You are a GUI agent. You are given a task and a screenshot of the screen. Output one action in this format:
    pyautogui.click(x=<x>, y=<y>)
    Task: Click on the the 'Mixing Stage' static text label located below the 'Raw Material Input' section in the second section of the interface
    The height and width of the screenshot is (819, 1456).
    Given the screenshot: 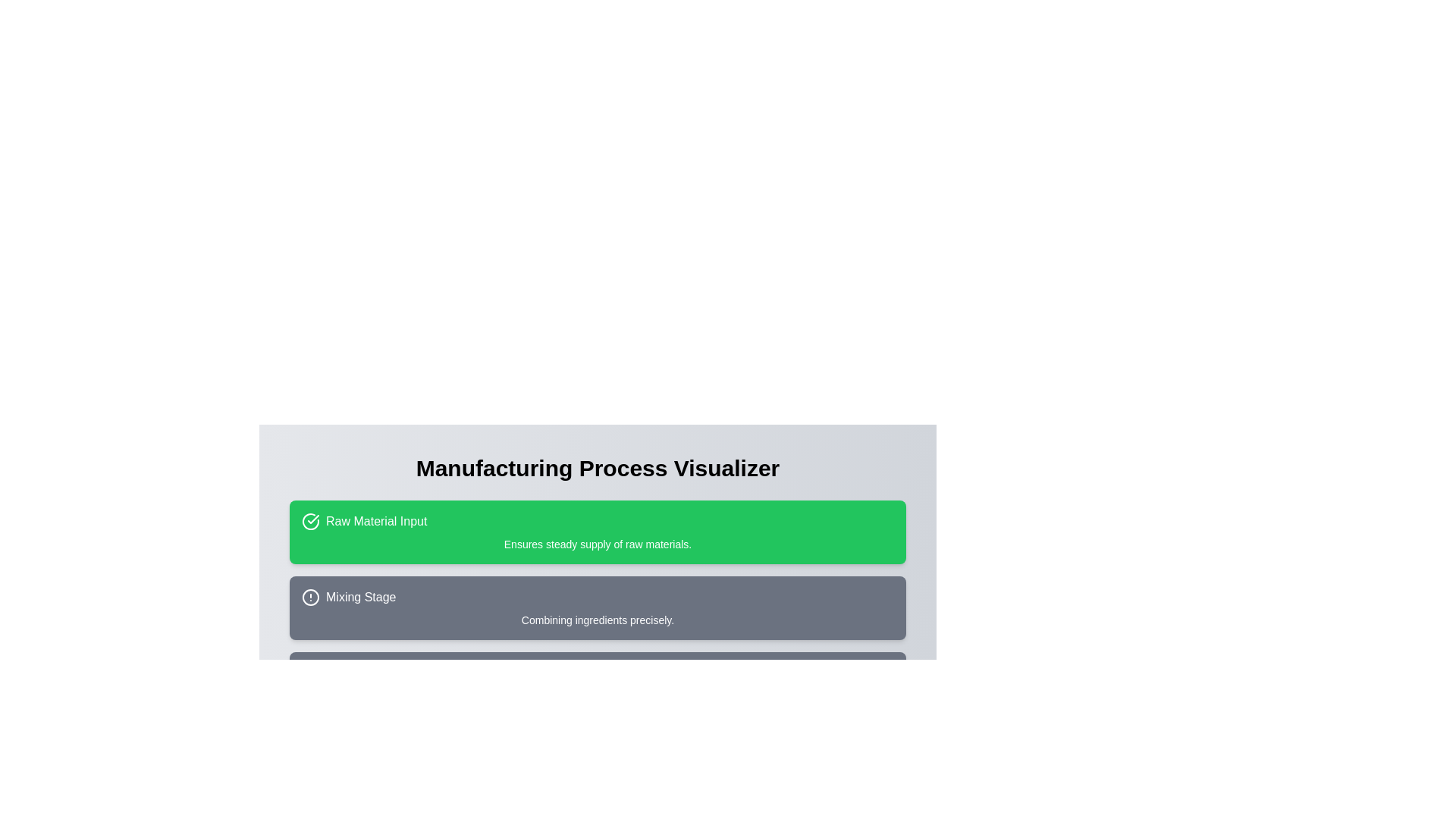 What is the action you would take?
    pyautogui.click(x=360, y=596)
    